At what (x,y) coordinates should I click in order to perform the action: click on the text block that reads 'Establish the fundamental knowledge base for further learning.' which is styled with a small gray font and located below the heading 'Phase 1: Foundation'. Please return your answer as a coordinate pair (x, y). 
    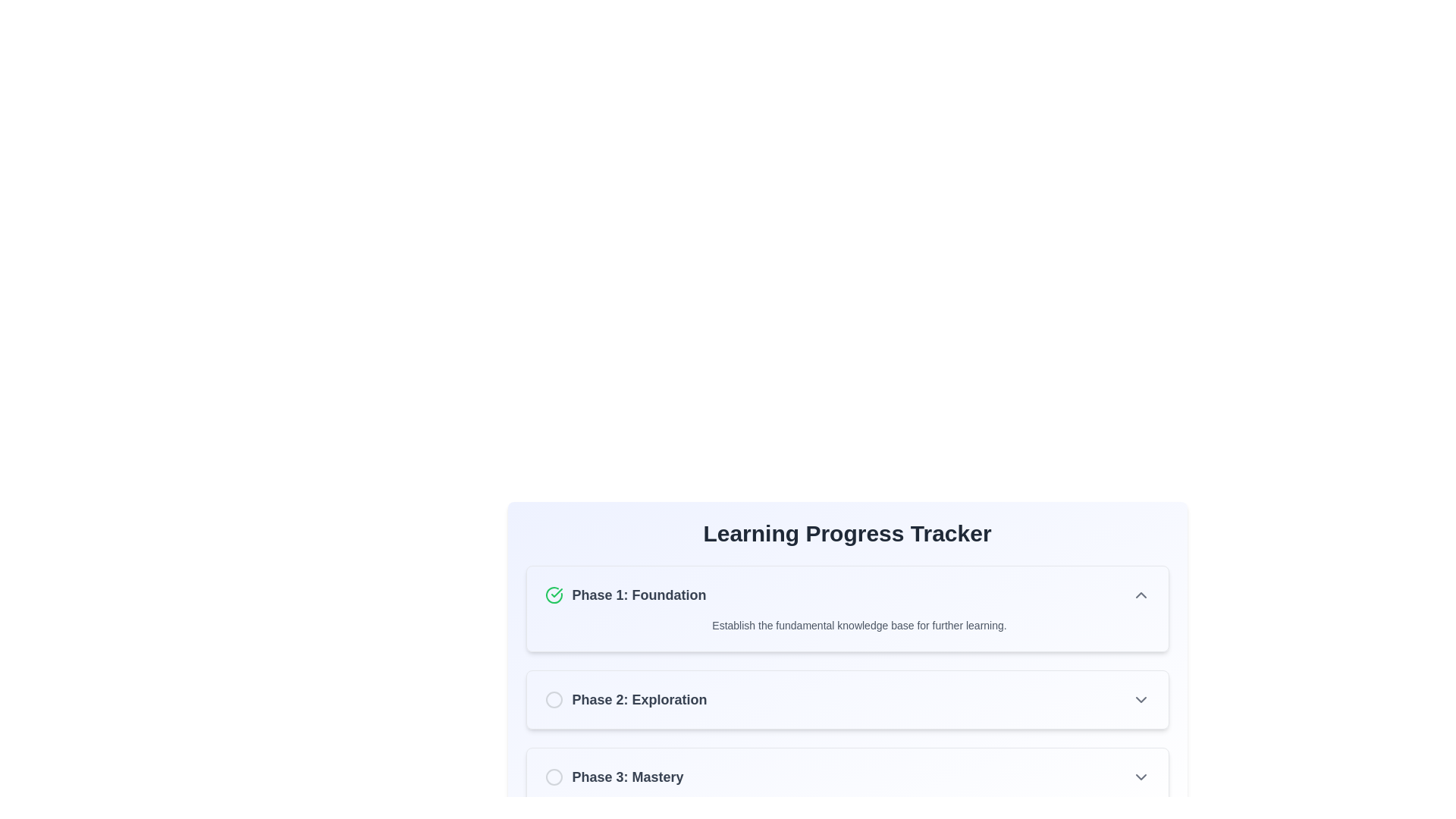
    Looking at the image, I should click on (846, 626).